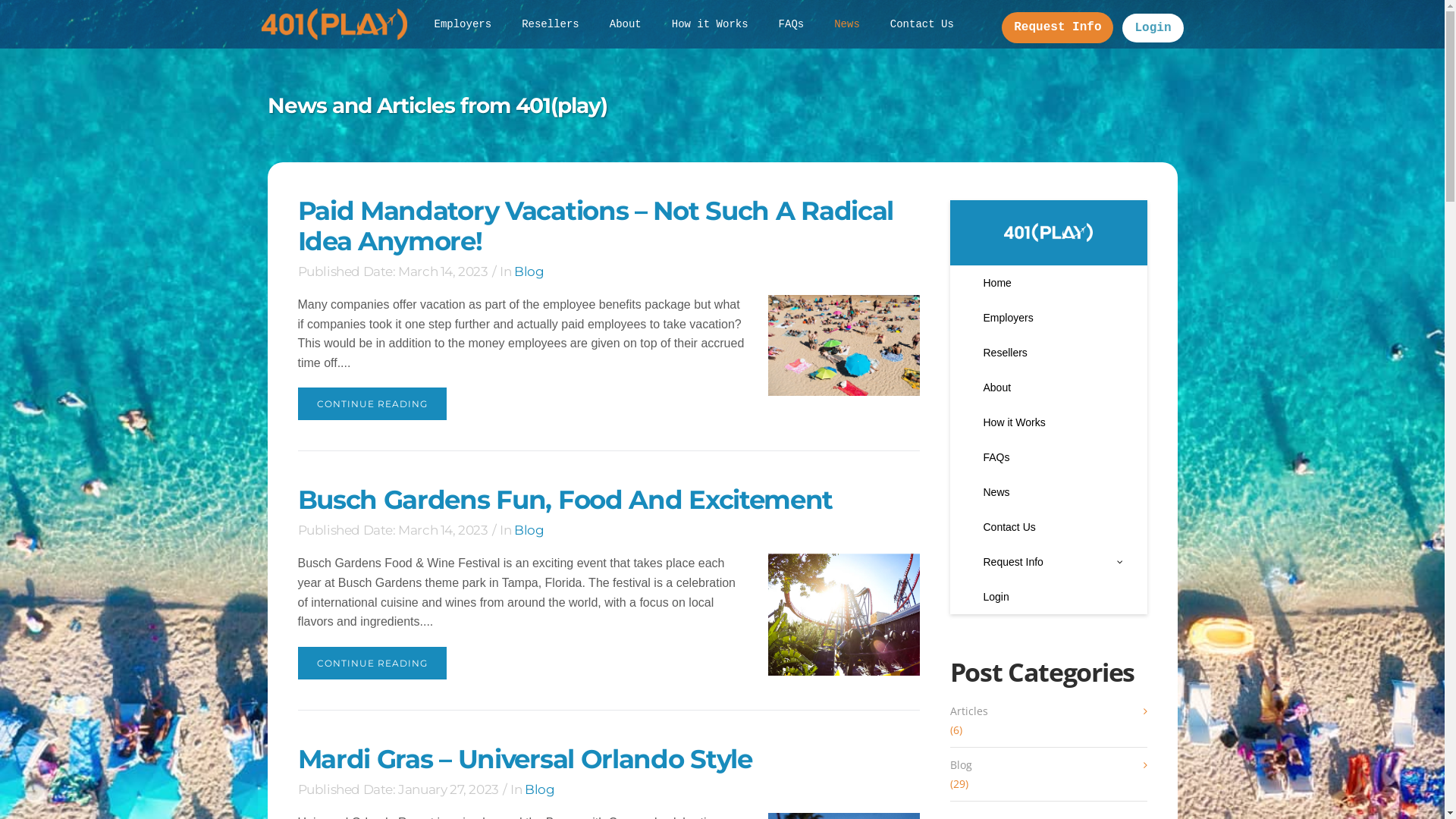 This screenshot has height=819, width=1456. I want to click on 'Contact Us', so click(921, 24).